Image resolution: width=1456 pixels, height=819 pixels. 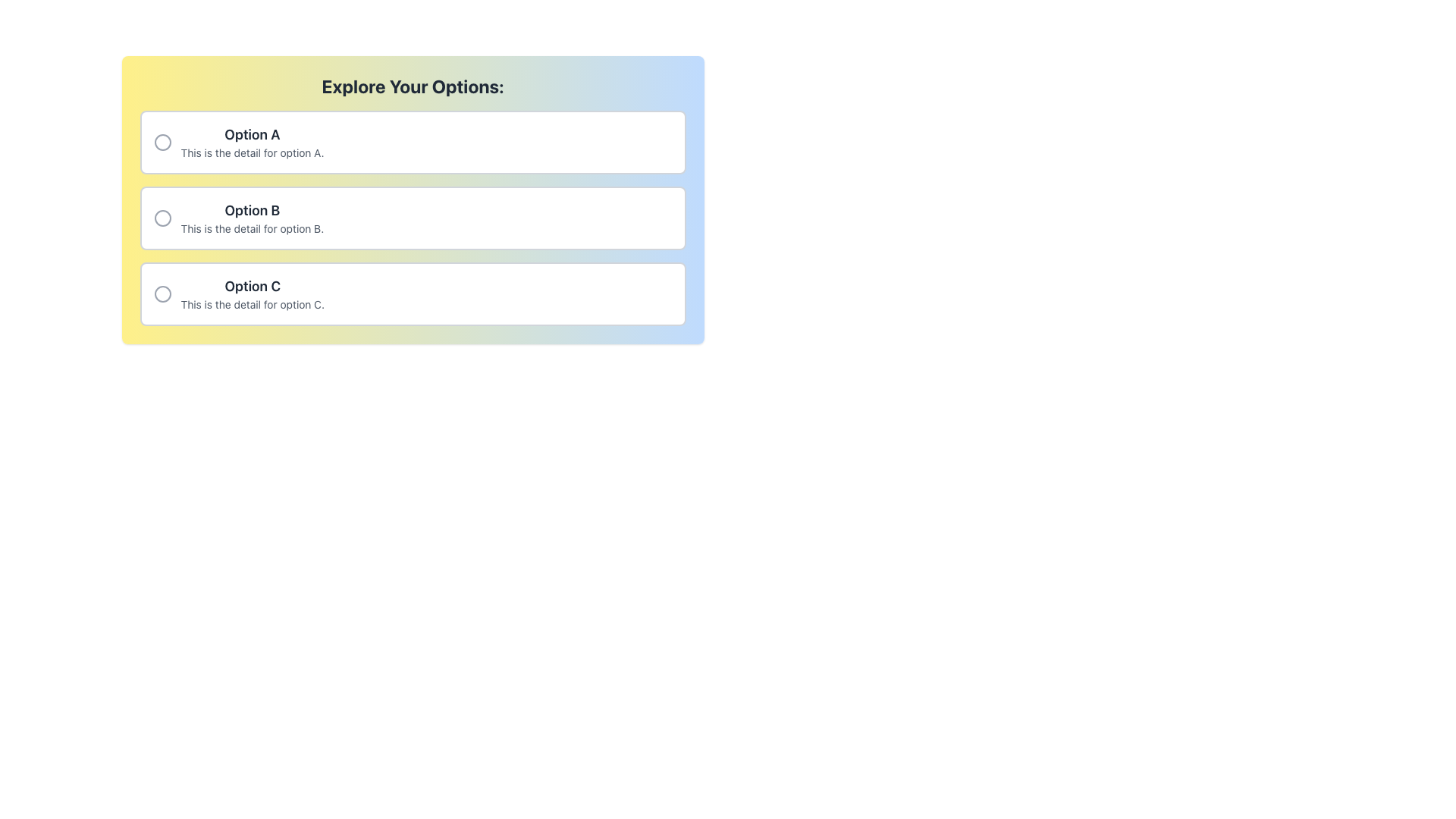 I want to click on the circular radio button indicator with a grey border and grey interior, located to the left of the text 'Option C', so click(x=162, y=294).